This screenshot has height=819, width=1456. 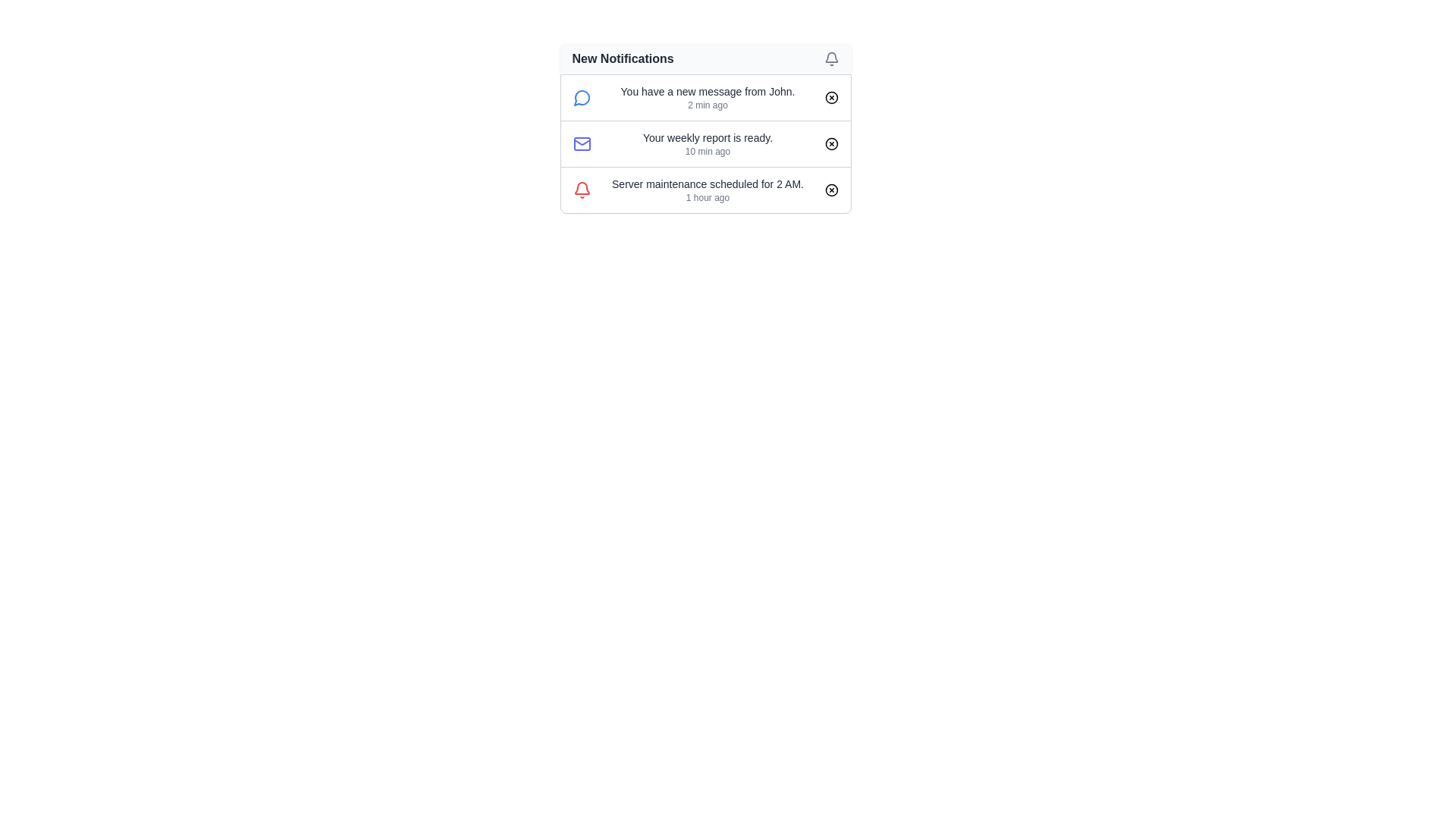 I want to click on the SVG circle element which is a circular geometric shape with a thin outline located within the close button of the third notification message about 'Server maintenance scheduled for 2 AM', so click(x=830, y=189).